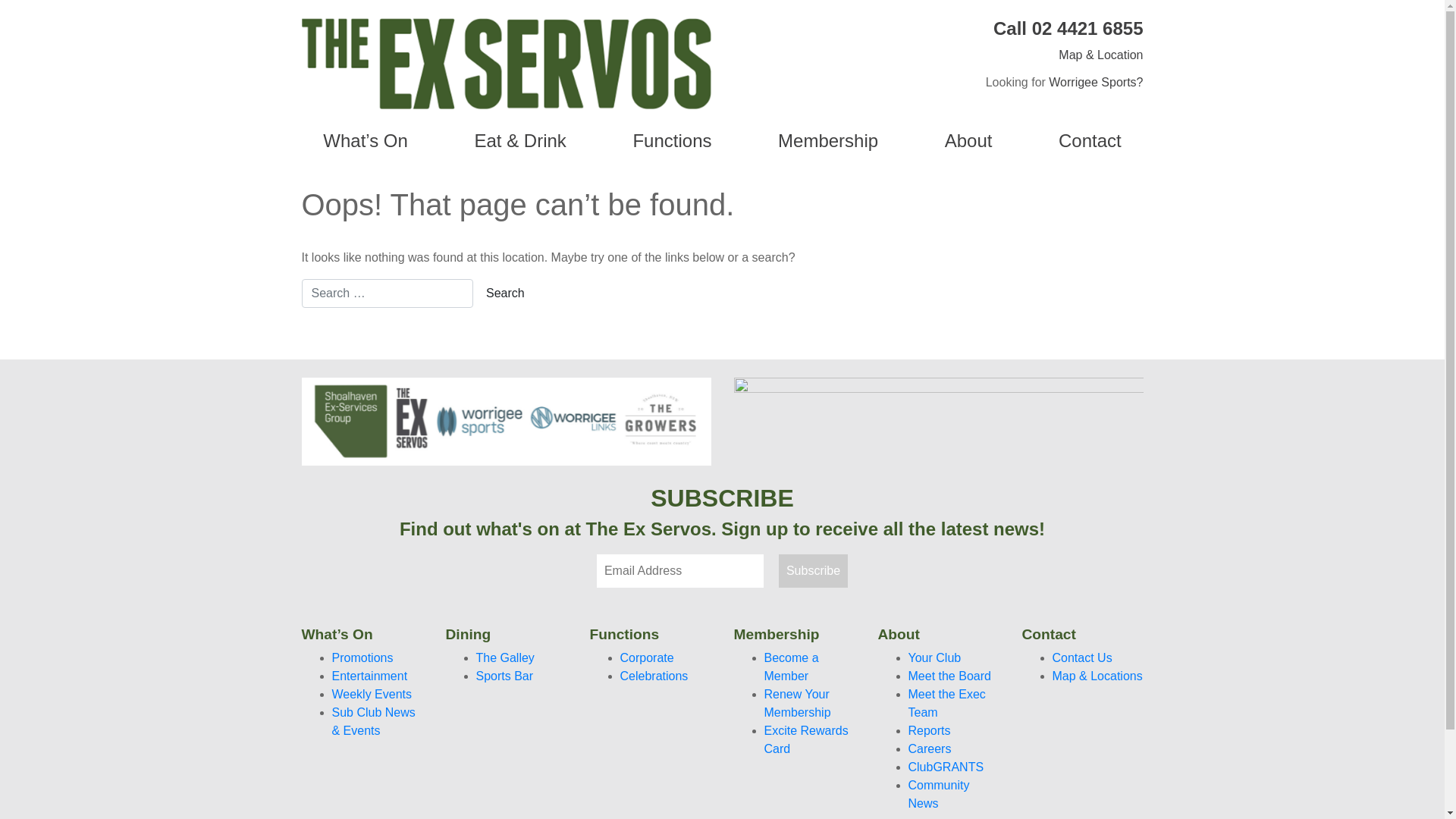 The width and height of the screenshot is (1456, 819). What do you see at coordinates (370, 675) in the screenshot?
I see `'Entertainment'` at bounding box center [370, 675].